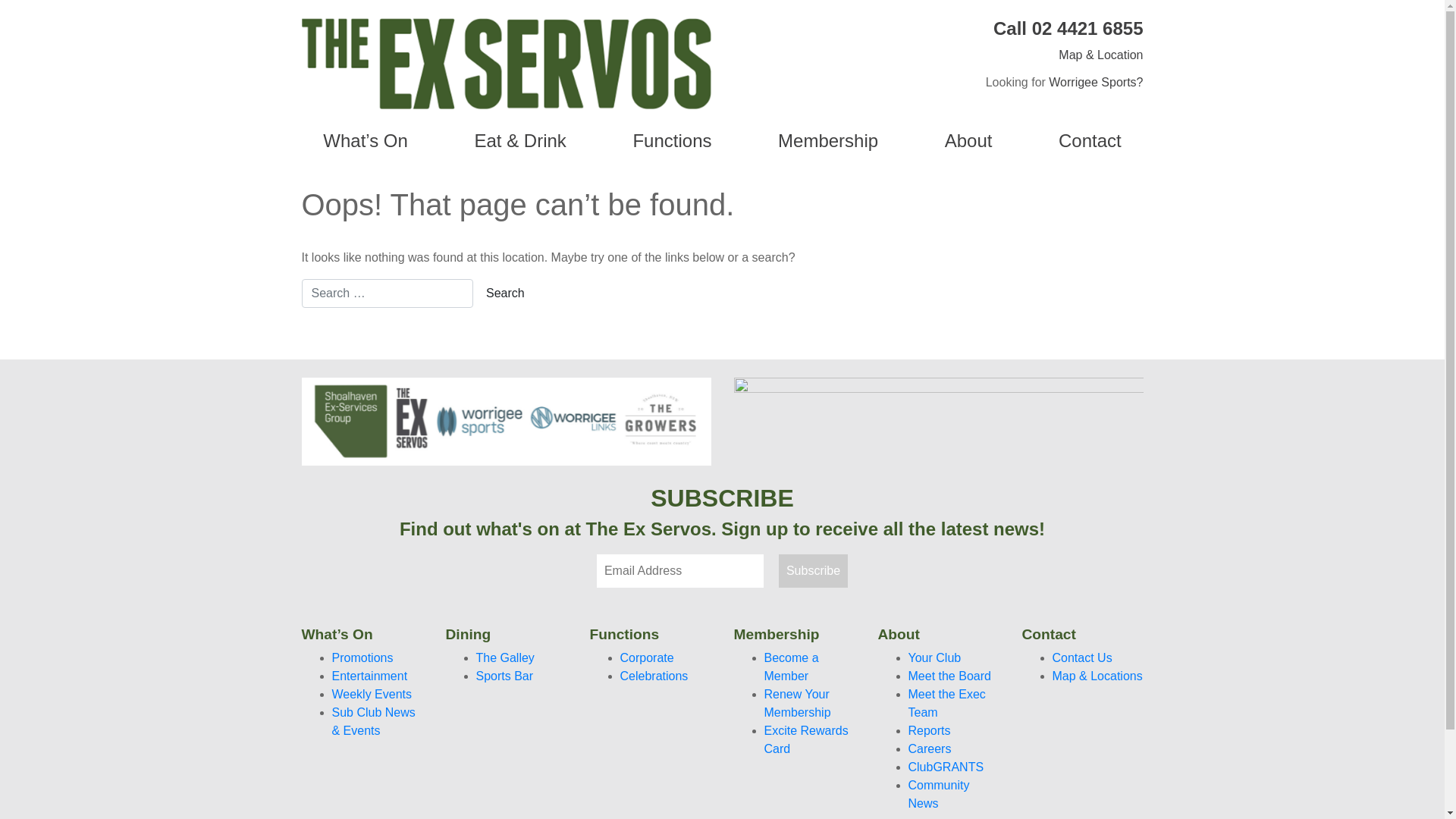 The width and height of the screenshot is (1456, 819). What do you see at coordinates (370, 675) in the screenshot?
I see `'Entertainment'` at bounding box center [370, 675].